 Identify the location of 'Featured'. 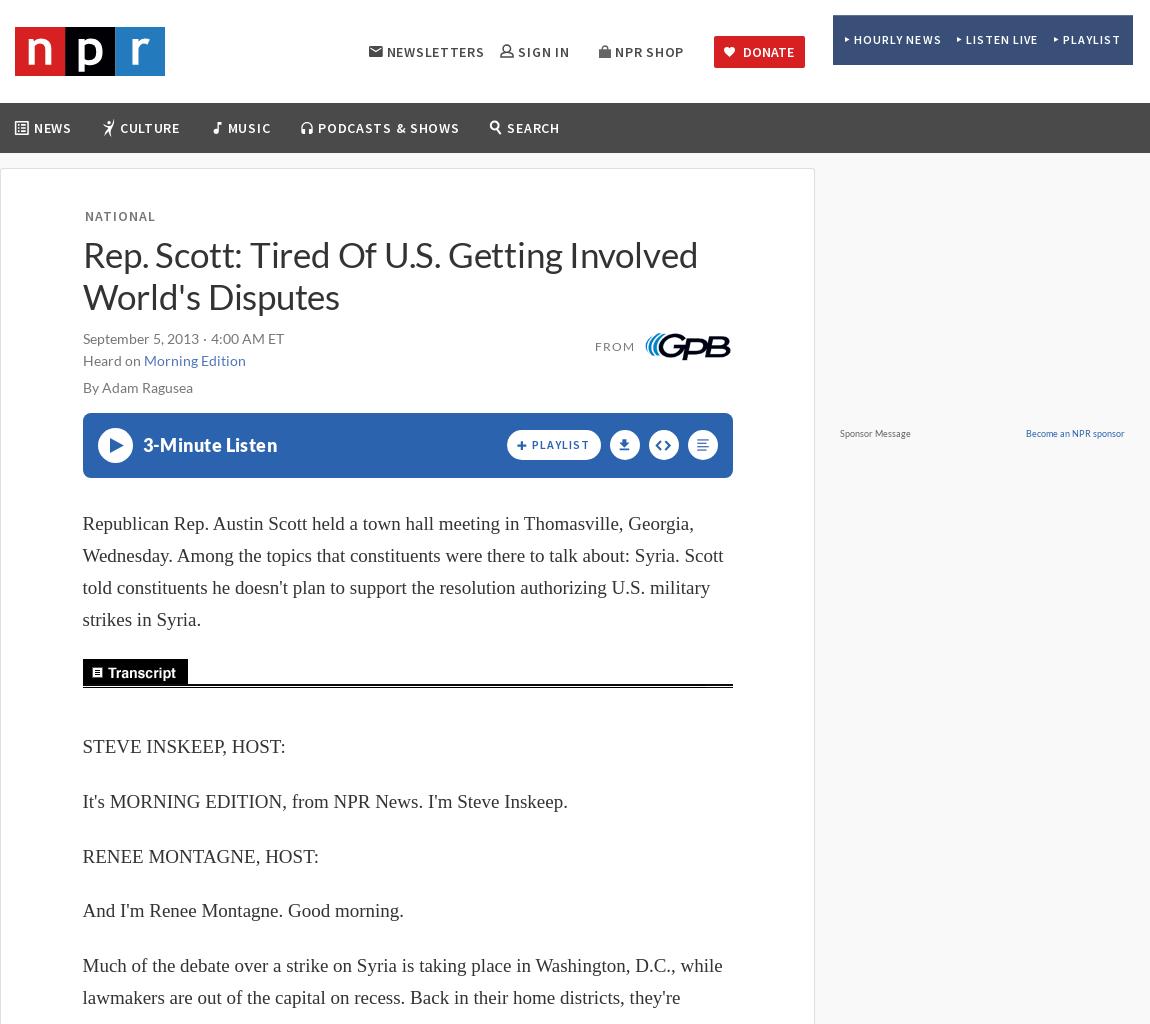
(583, 180).